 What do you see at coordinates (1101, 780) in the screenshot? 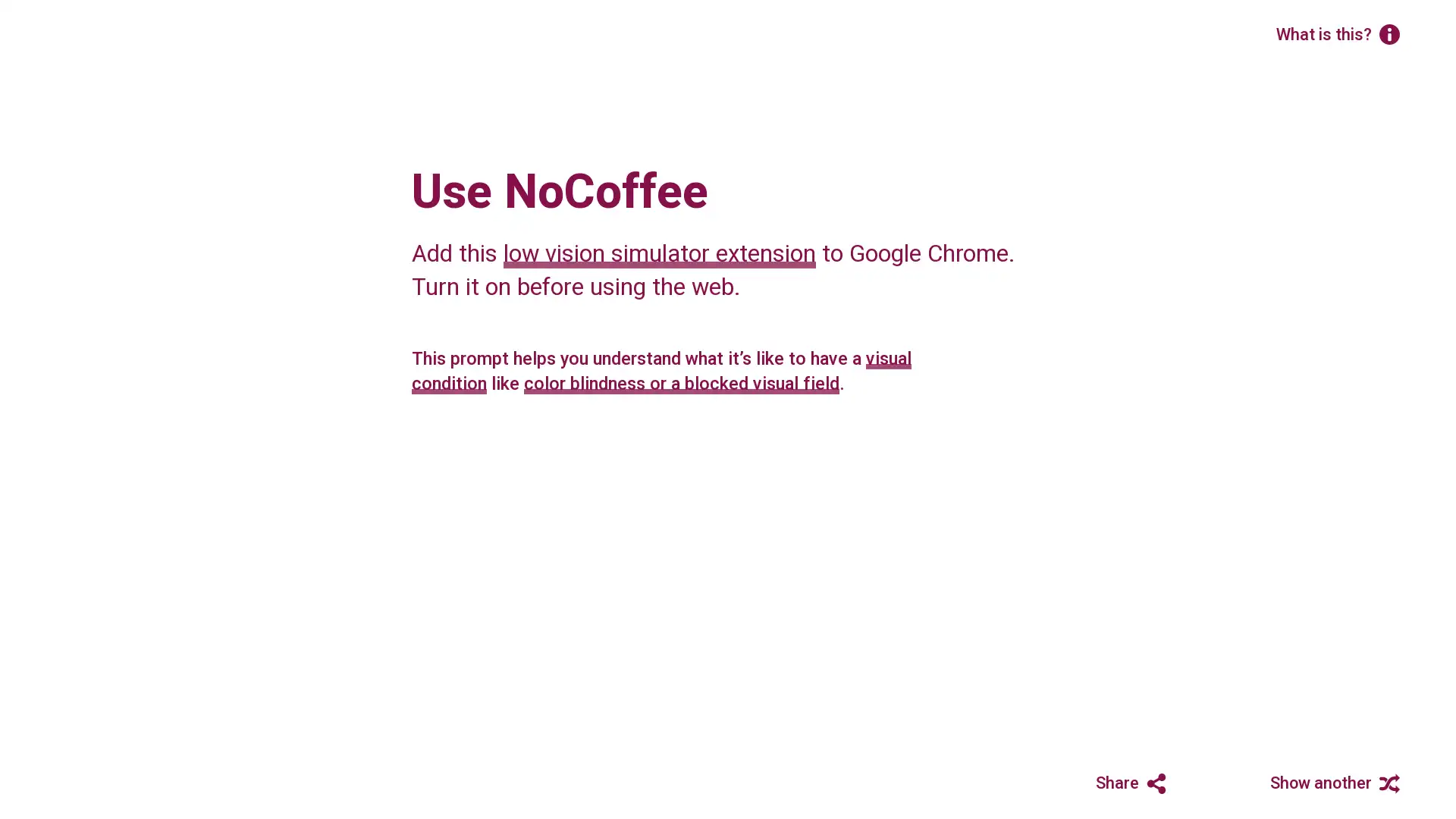
I see `Share` at bounding box center [1101, 780].